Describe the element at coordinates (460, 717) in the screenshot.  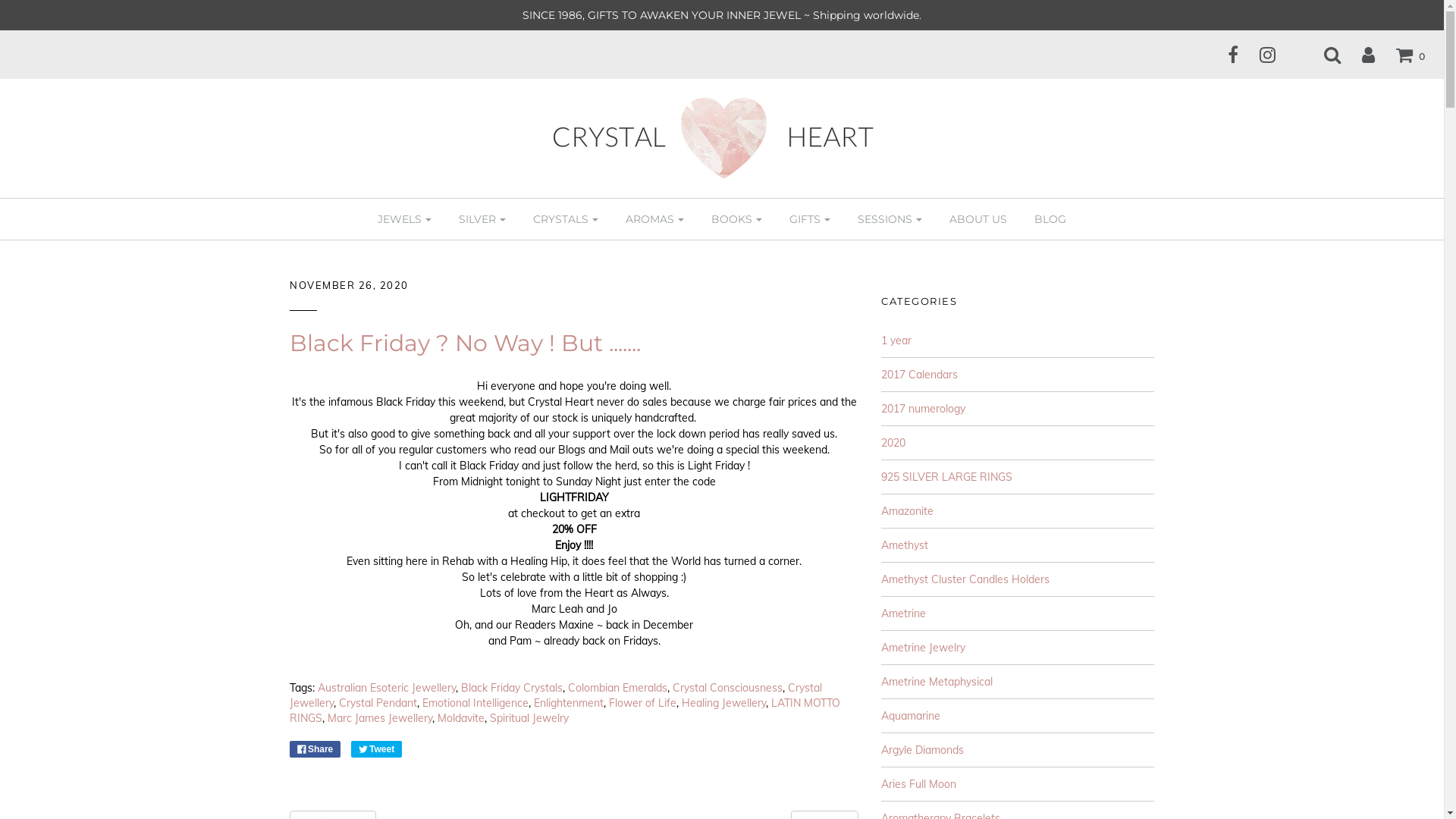
I see `'Moldavite'` at that location.